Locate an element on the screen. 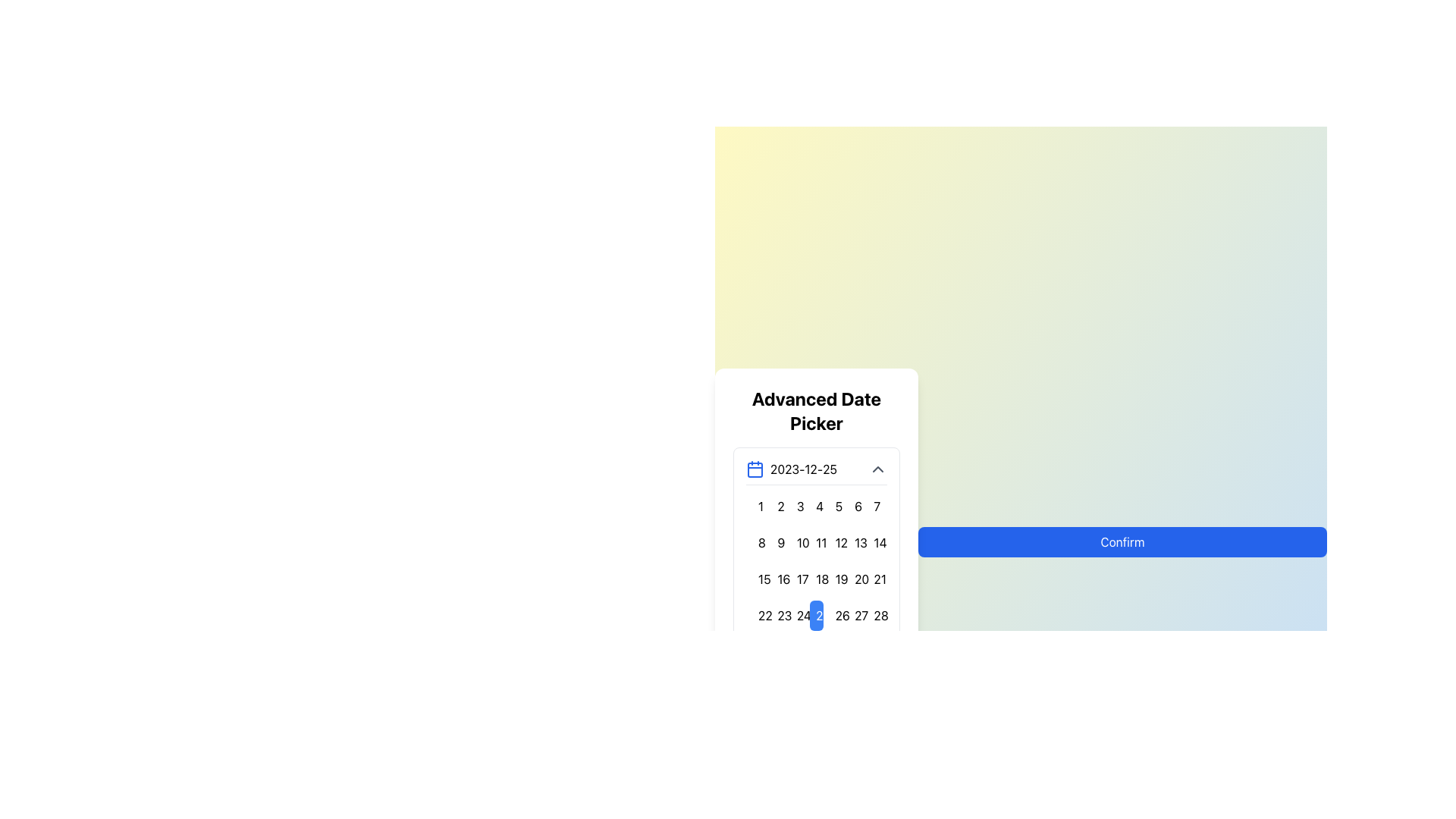 The height and width of the screenshot is (819, 1456). the text display that shows the selected date, located adjacent to the calendar icon in the date picker module is located at coordinates (803, 468).